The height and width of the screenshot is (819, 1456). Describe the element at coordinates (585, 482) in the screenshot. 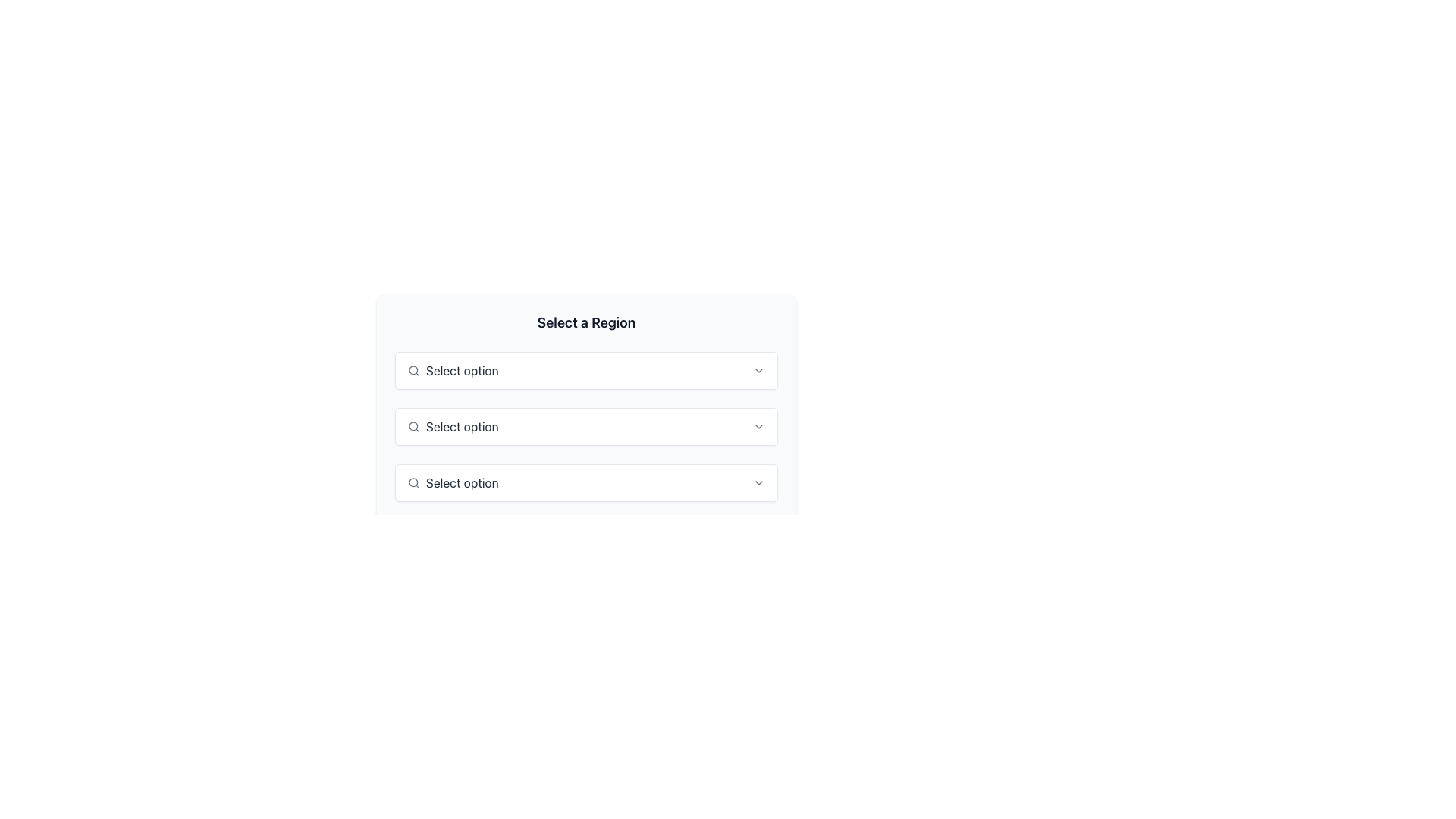

I see `the 'Select option' dropdown menu, which is the third dropdown in the 'Select a Region' section` at that location.